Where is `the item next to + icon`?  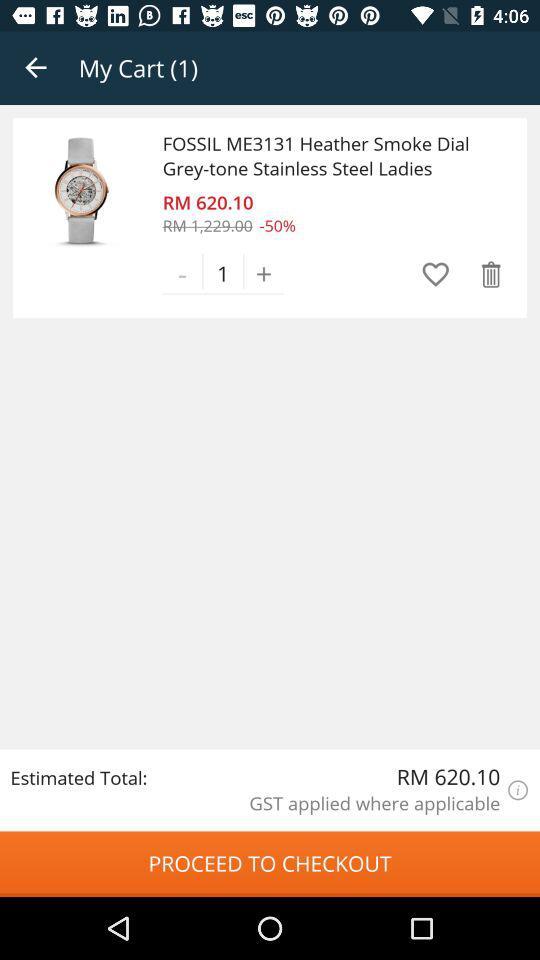
the item next to + icon is located at coordinates (434, 273).